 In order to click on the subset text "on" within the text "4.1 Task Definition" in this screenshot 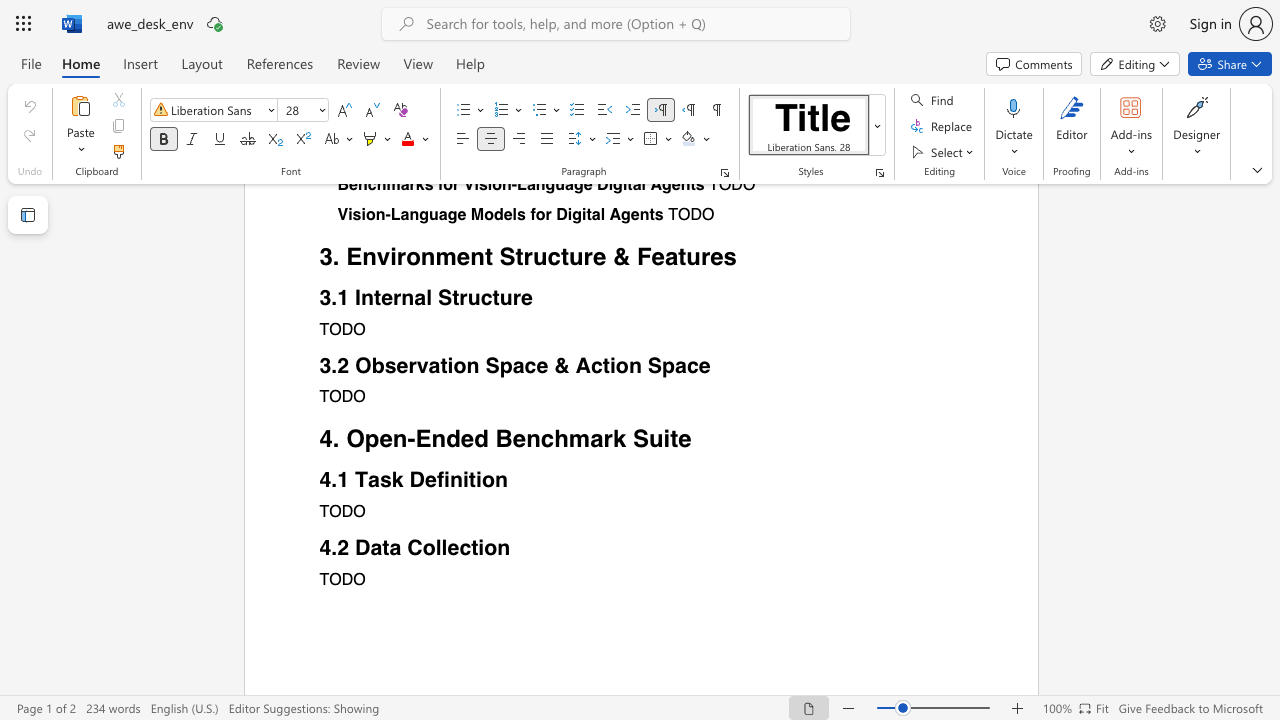, I will do `click(481, 479)`.